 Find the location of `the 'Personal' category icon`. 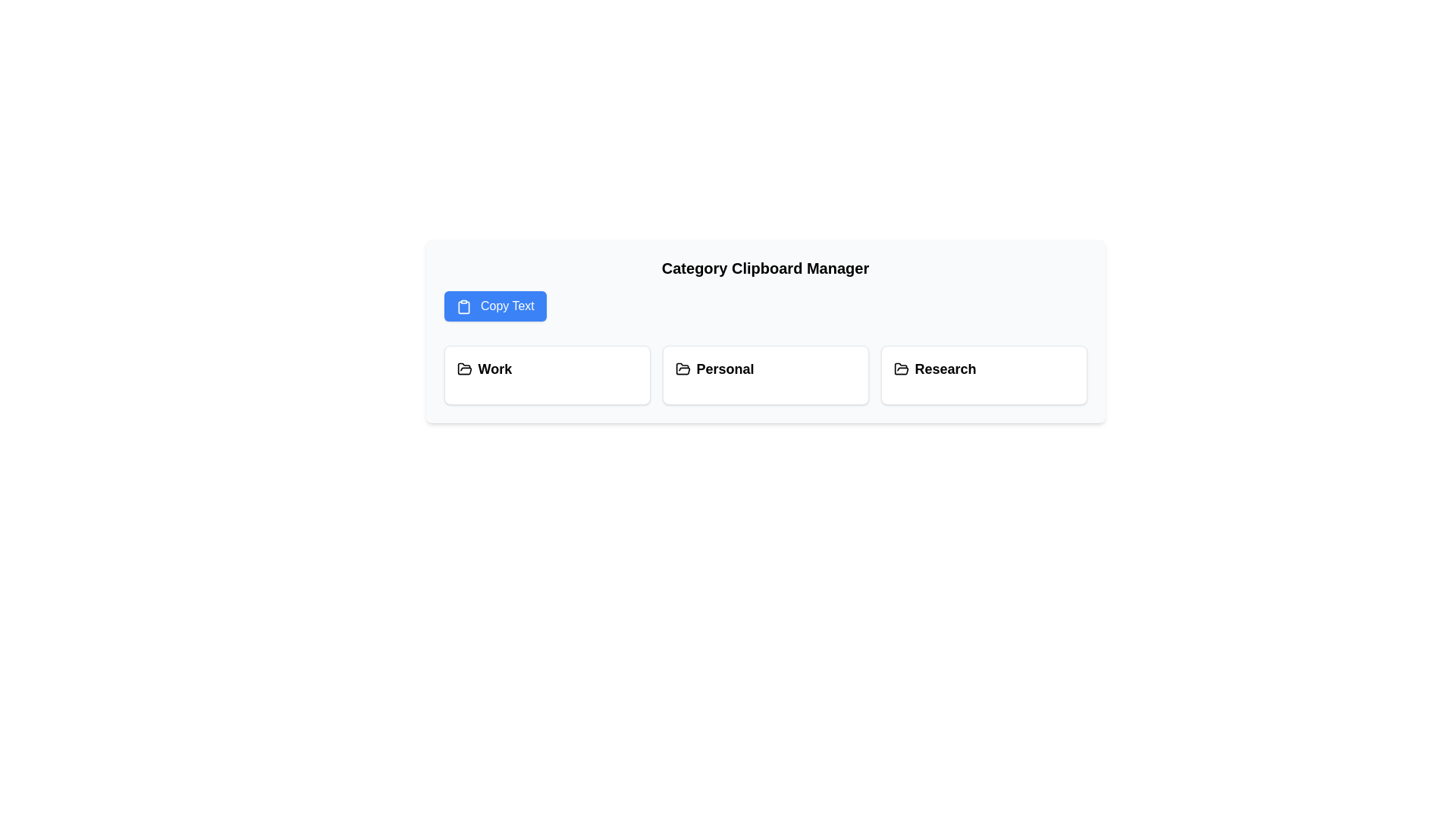

the 'Personal' category icon is located at coordinates (682, 369).